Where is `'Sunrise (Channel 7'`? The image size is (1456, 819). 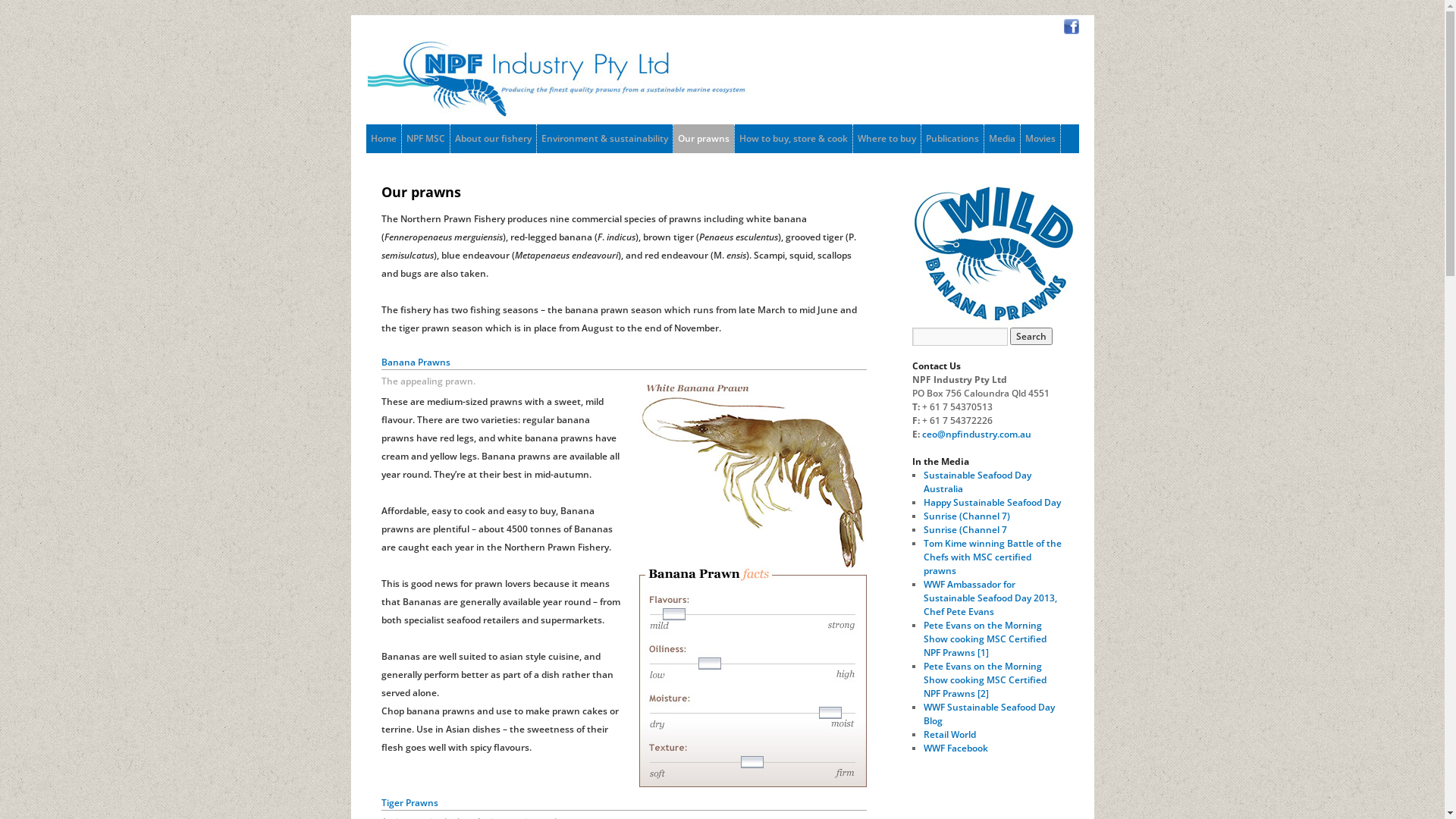
'Sunrise (Channel 7' is located at coordinates (964, 529).